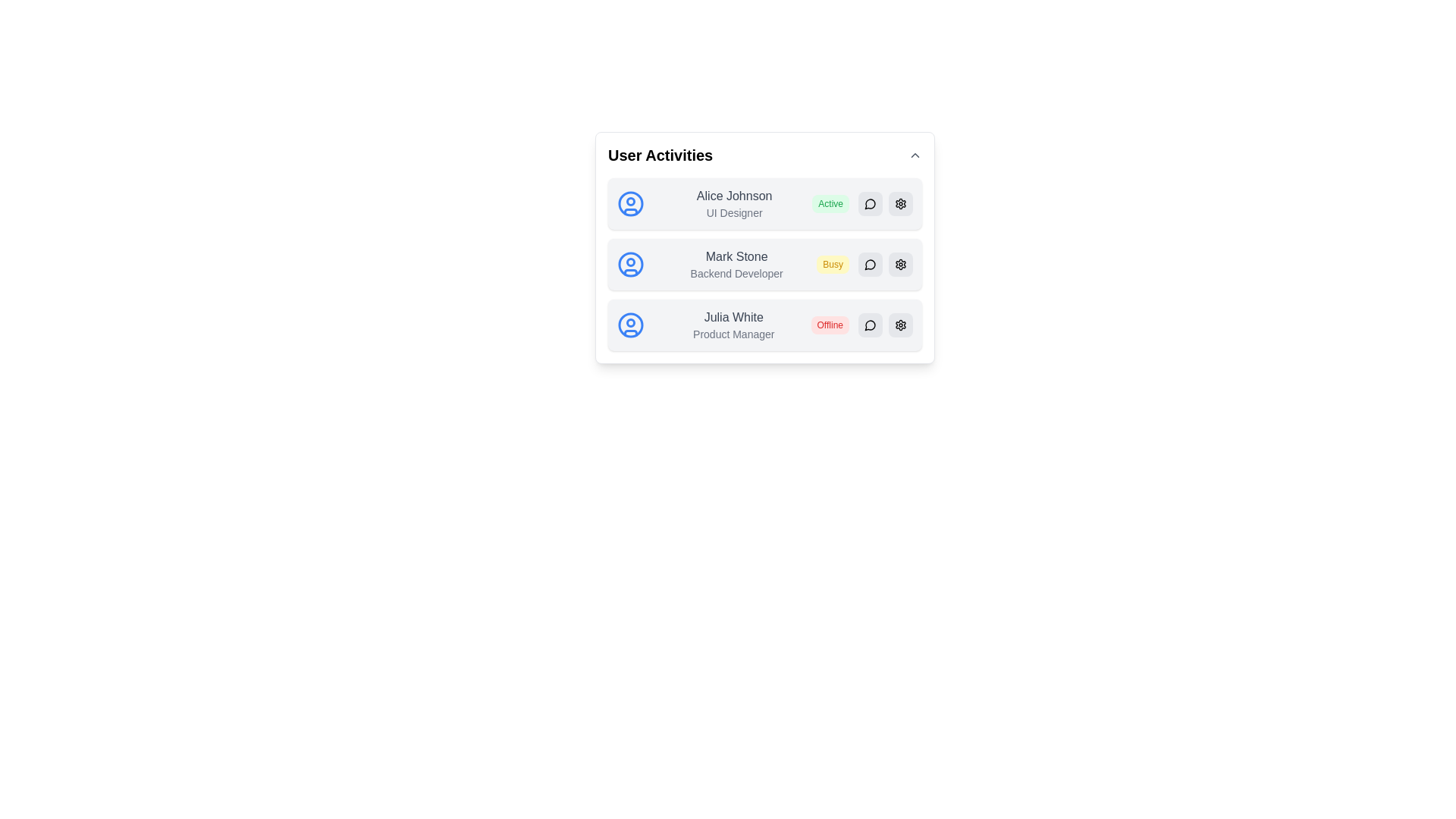  I want to click on the 'User Activities' text display, which is a bold and large font heading located at the top-left corner of a content card, above a list of user profiles, so click(661, 155).